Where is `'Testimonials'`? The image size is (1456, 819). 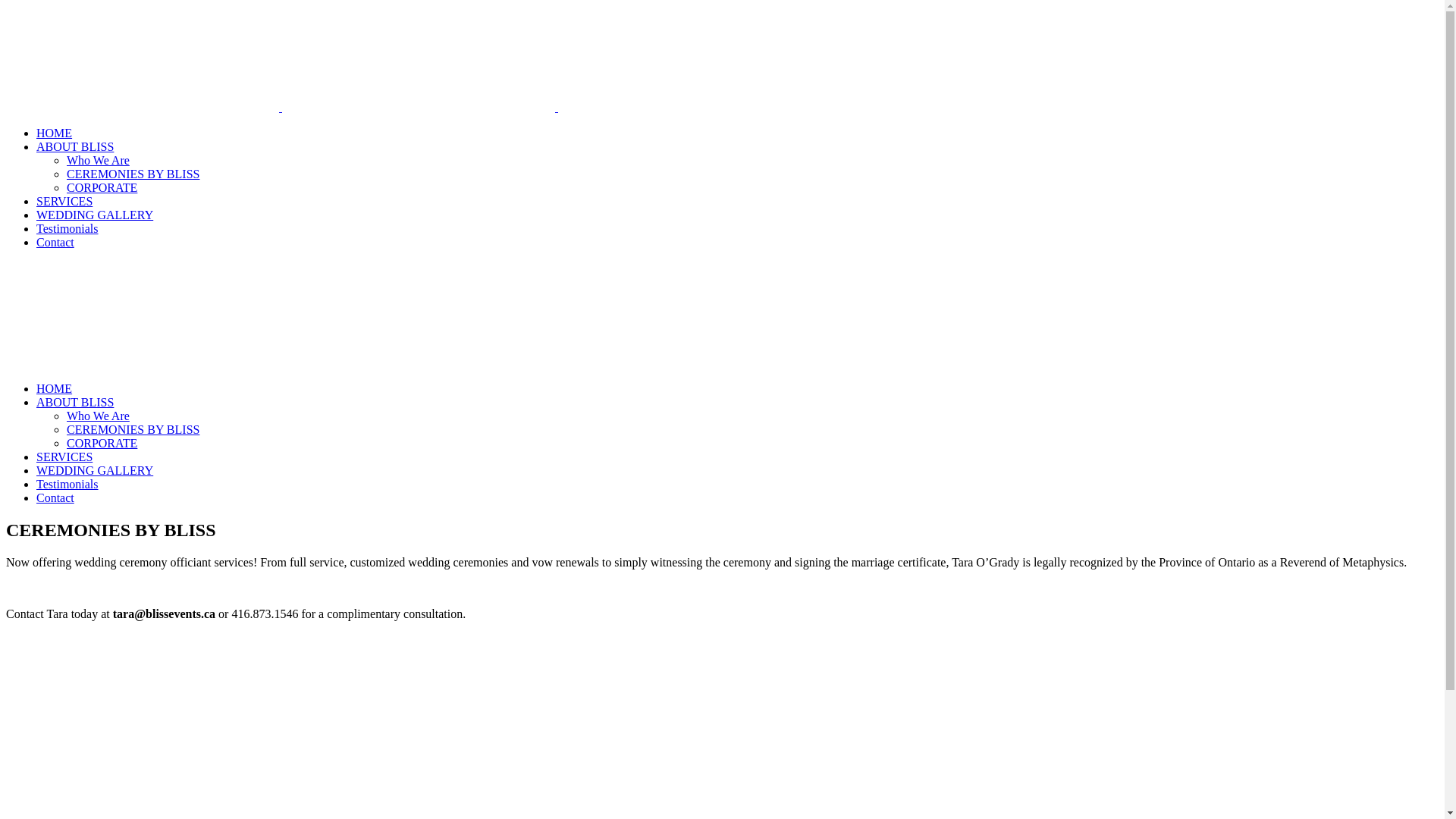 'Testimonials' is located at coordinates (36, 228).